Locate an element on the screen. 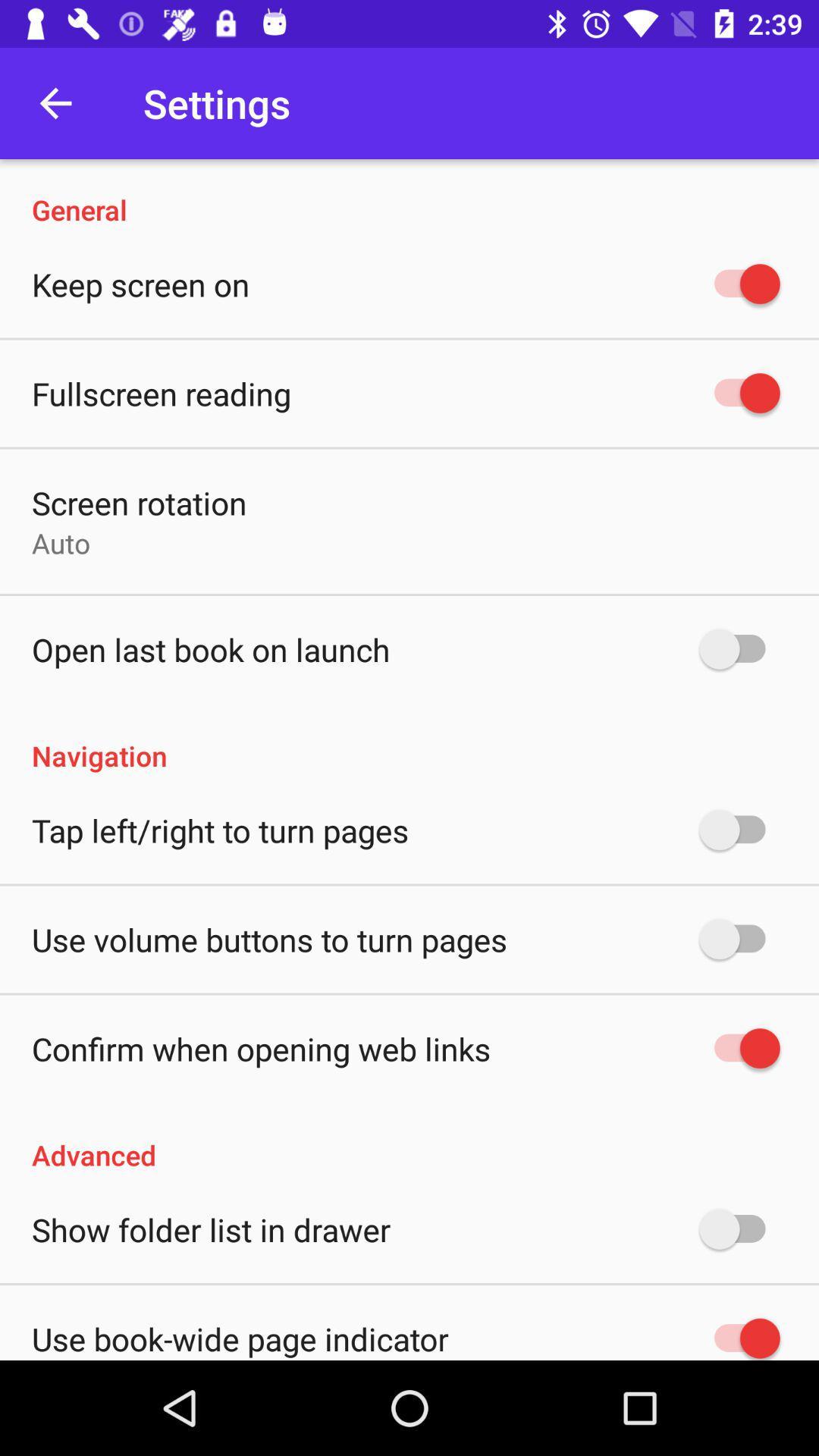 This screenshot has height=1456, width=819. the icon below the use volume buttons item is located at coordinates (260, 1047).